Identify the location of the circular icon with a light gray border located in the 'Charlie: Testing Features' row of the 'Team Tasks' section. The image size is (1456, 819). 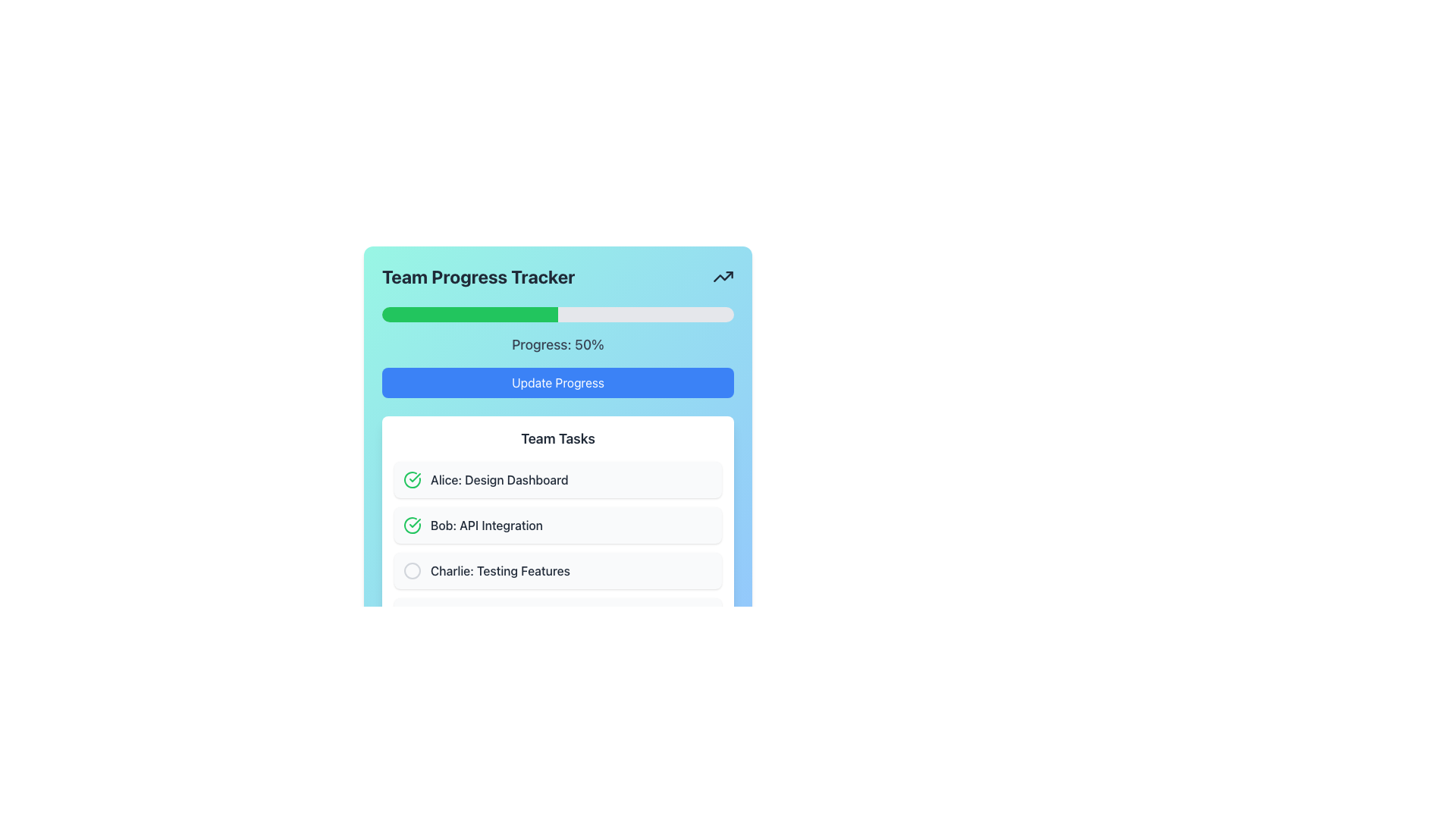
(412, 570).